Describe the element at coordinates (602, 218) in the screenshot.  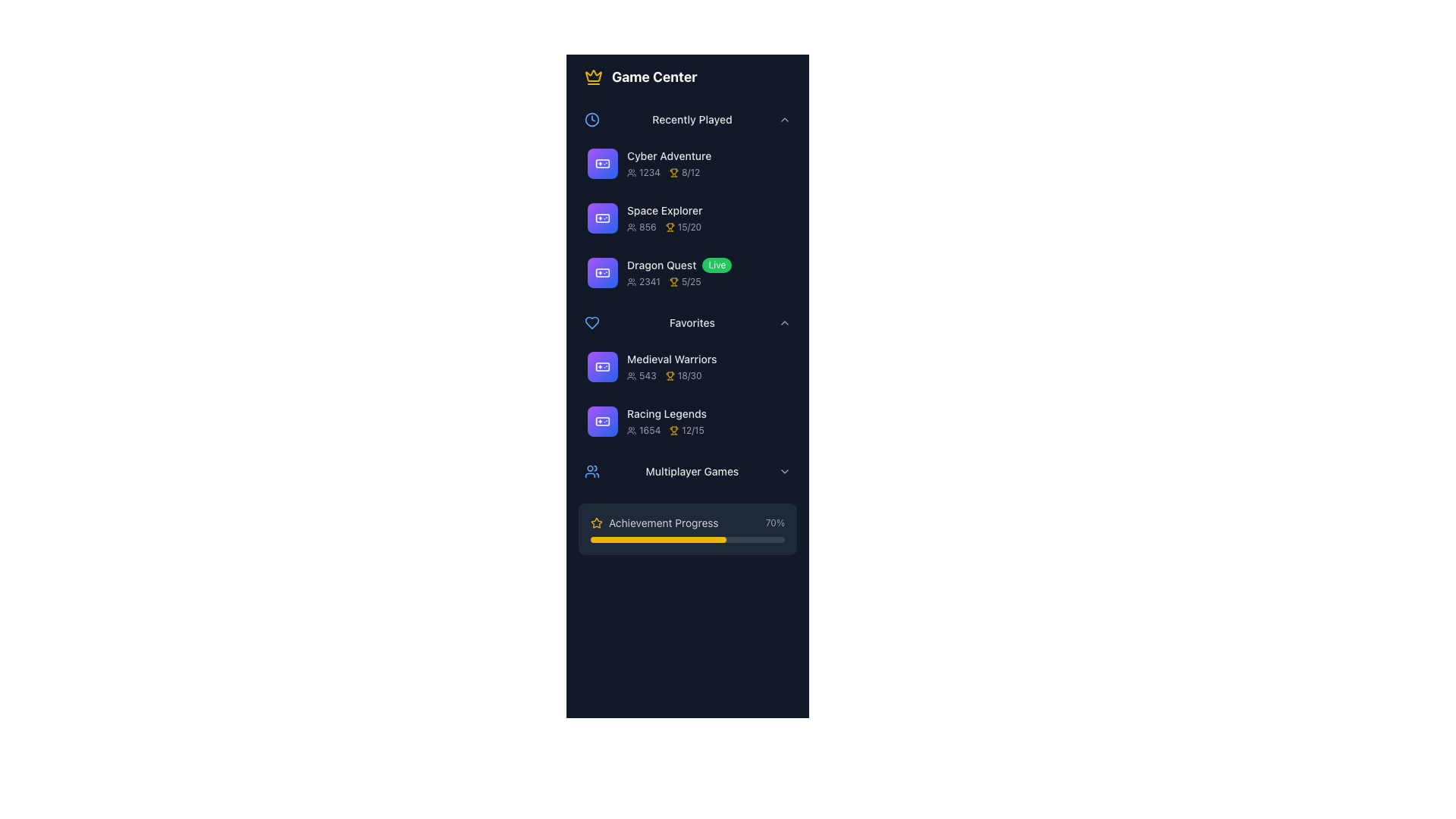
I see `the 'Space Explorer' game icon, which is the second item under 'Recently Played'` at that location.